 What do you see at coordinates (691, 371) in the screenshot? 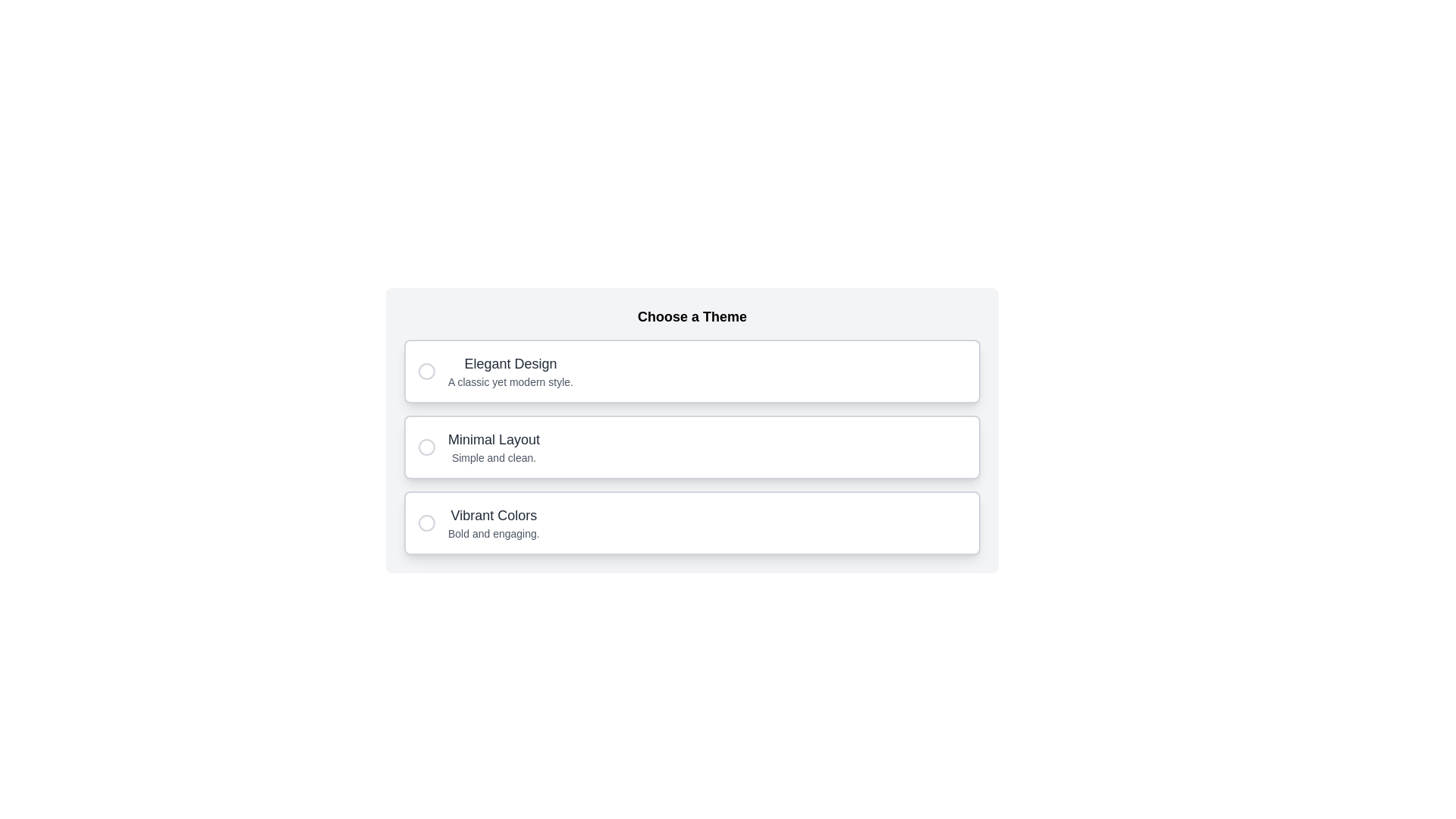
I see `the radio button for the 'Elegant Design' theme selection option, which is the first option in a vertical list of three` at bounding box center [691, 371].